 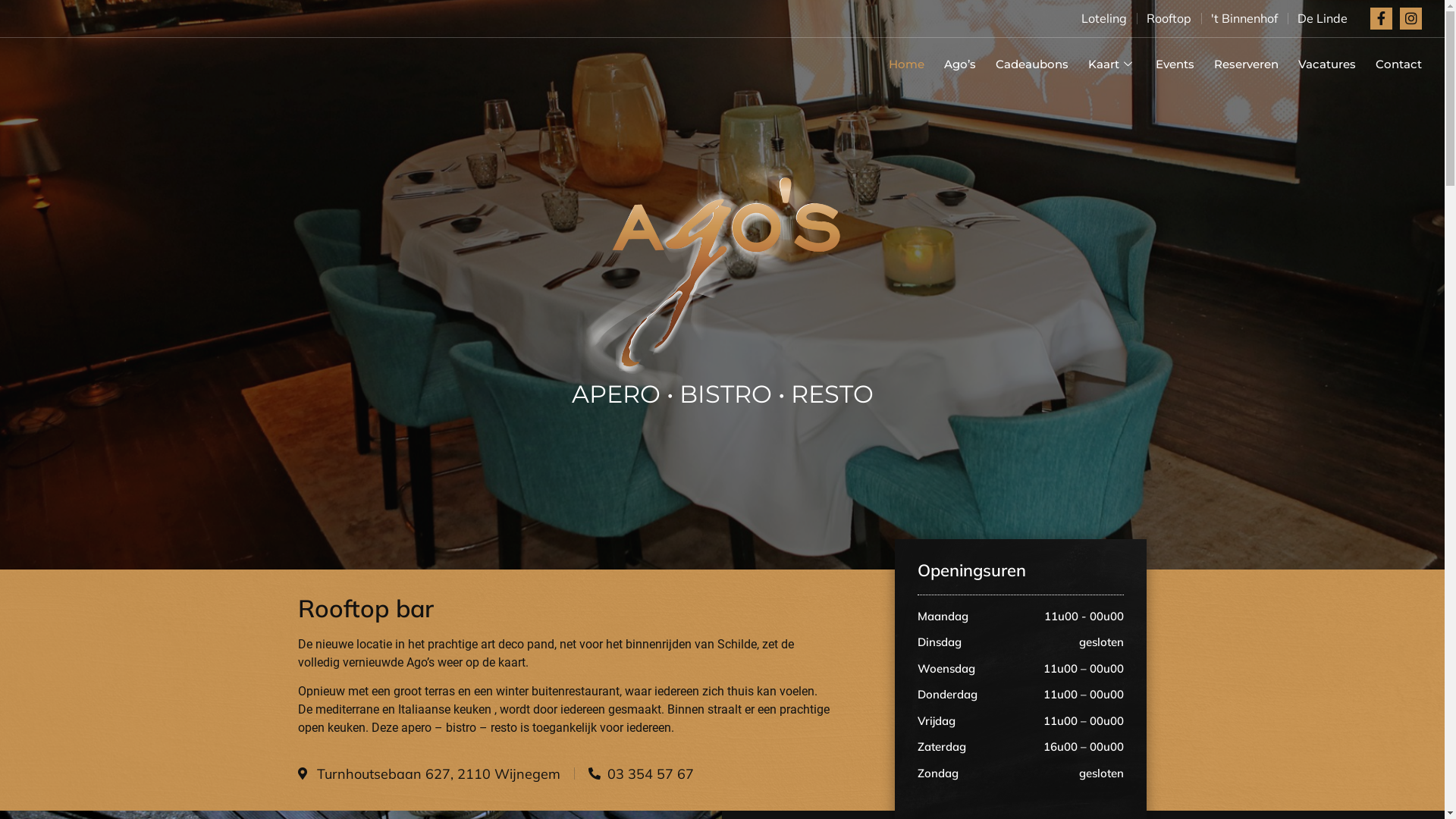 What do you see at coordinates (1321, 17) in the screenshot?
I see `'De Linde'` at bounding box center [1321, 17].